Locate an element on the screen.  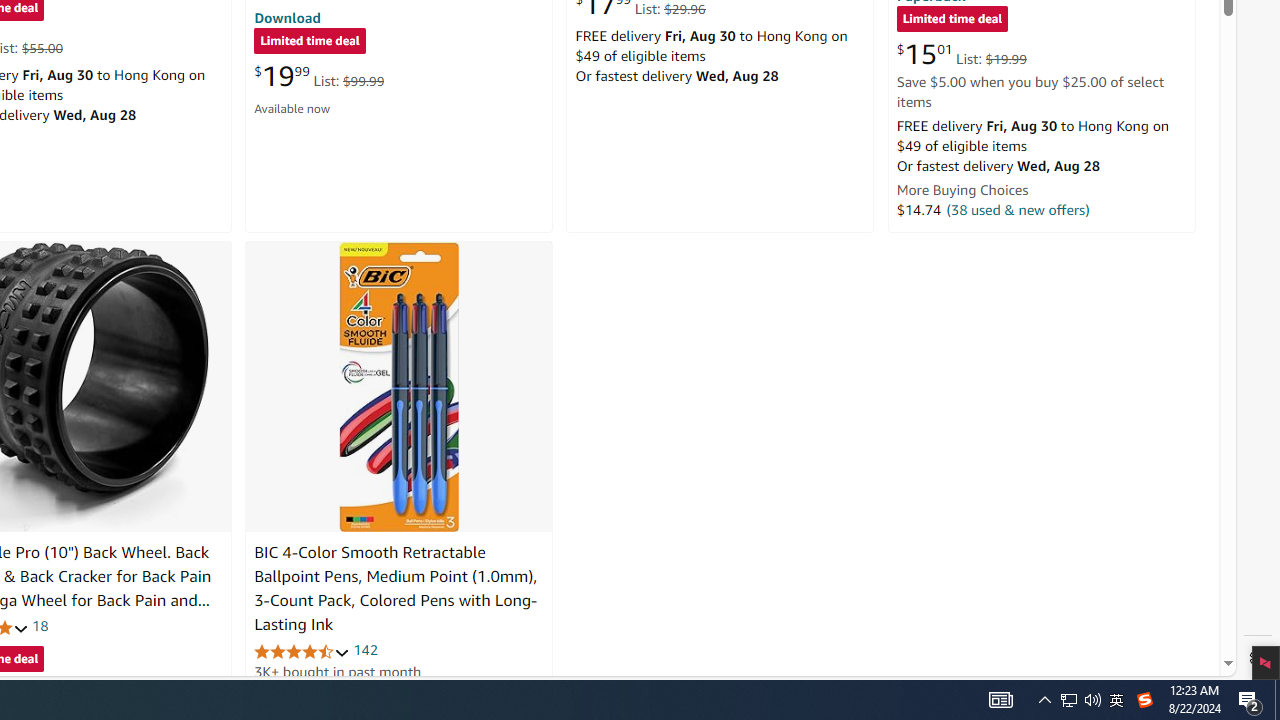
'(38 used & new offers)' is located at coordinates (1018, 209).